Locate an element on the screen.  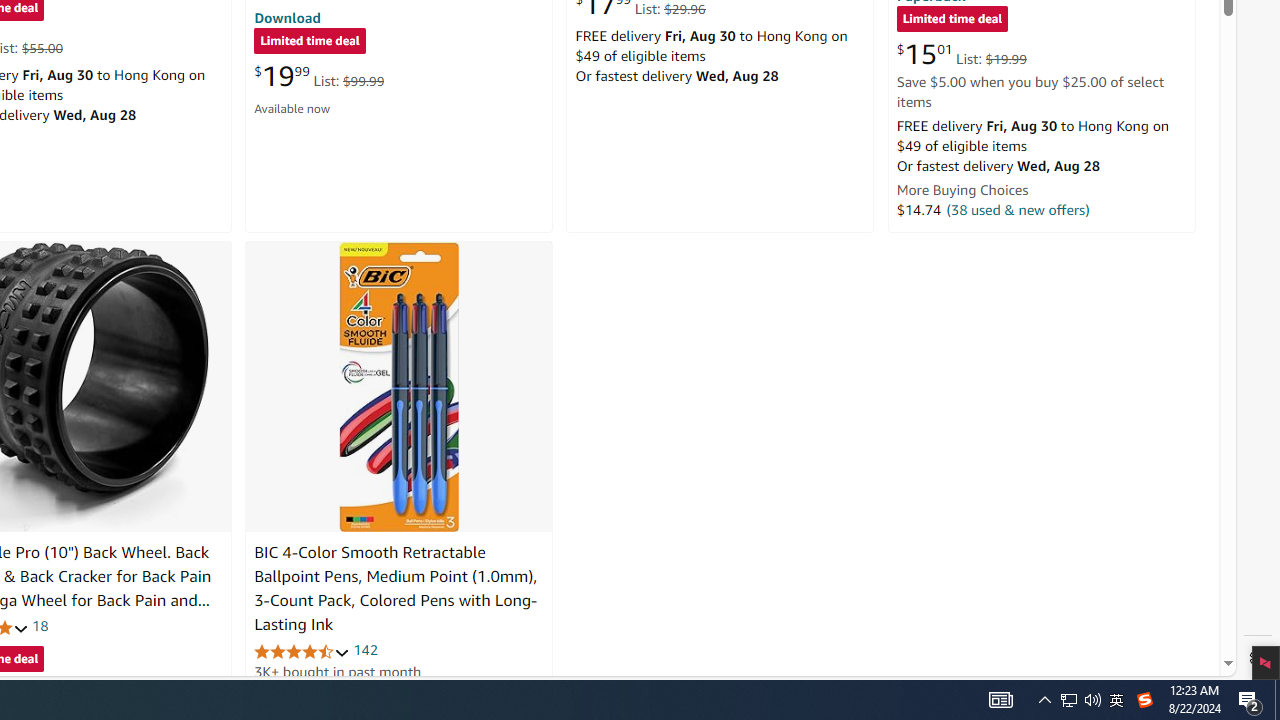
'(38 used & new offers)' is located at coordinates (1018, 209).